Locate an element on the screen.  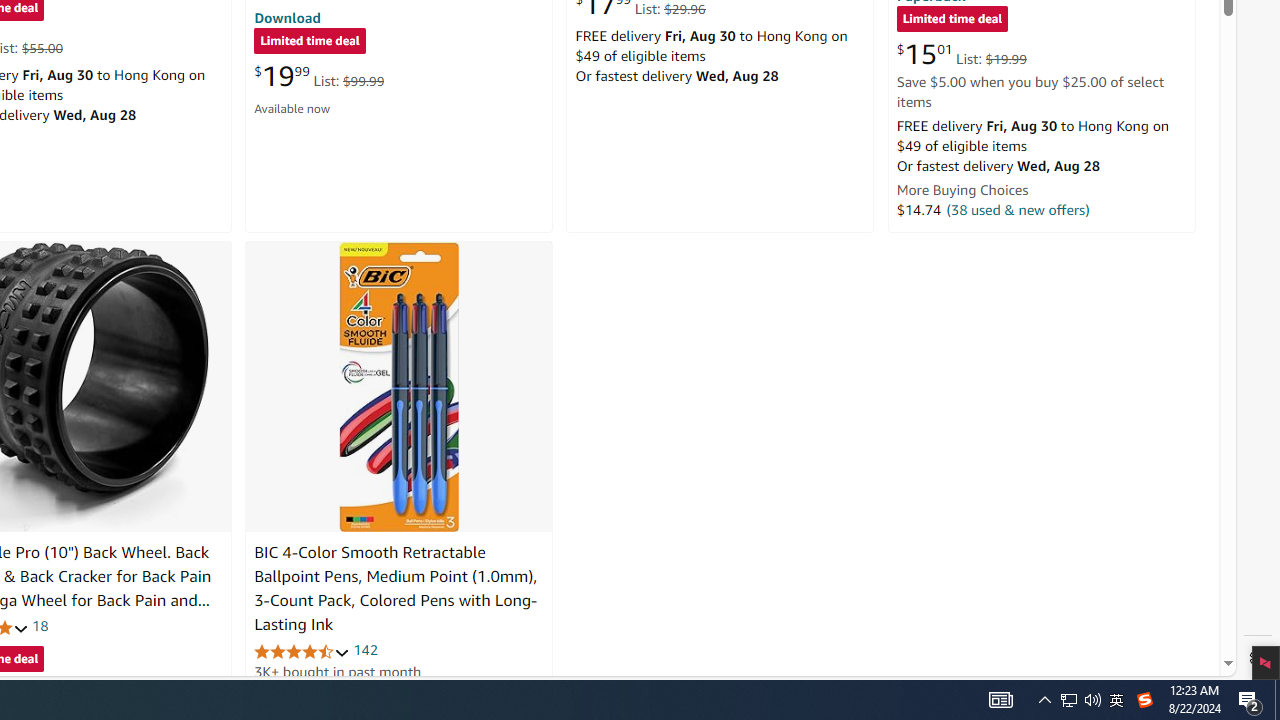
'(38 used & new offers)' is located at coordinates (1018, 209).